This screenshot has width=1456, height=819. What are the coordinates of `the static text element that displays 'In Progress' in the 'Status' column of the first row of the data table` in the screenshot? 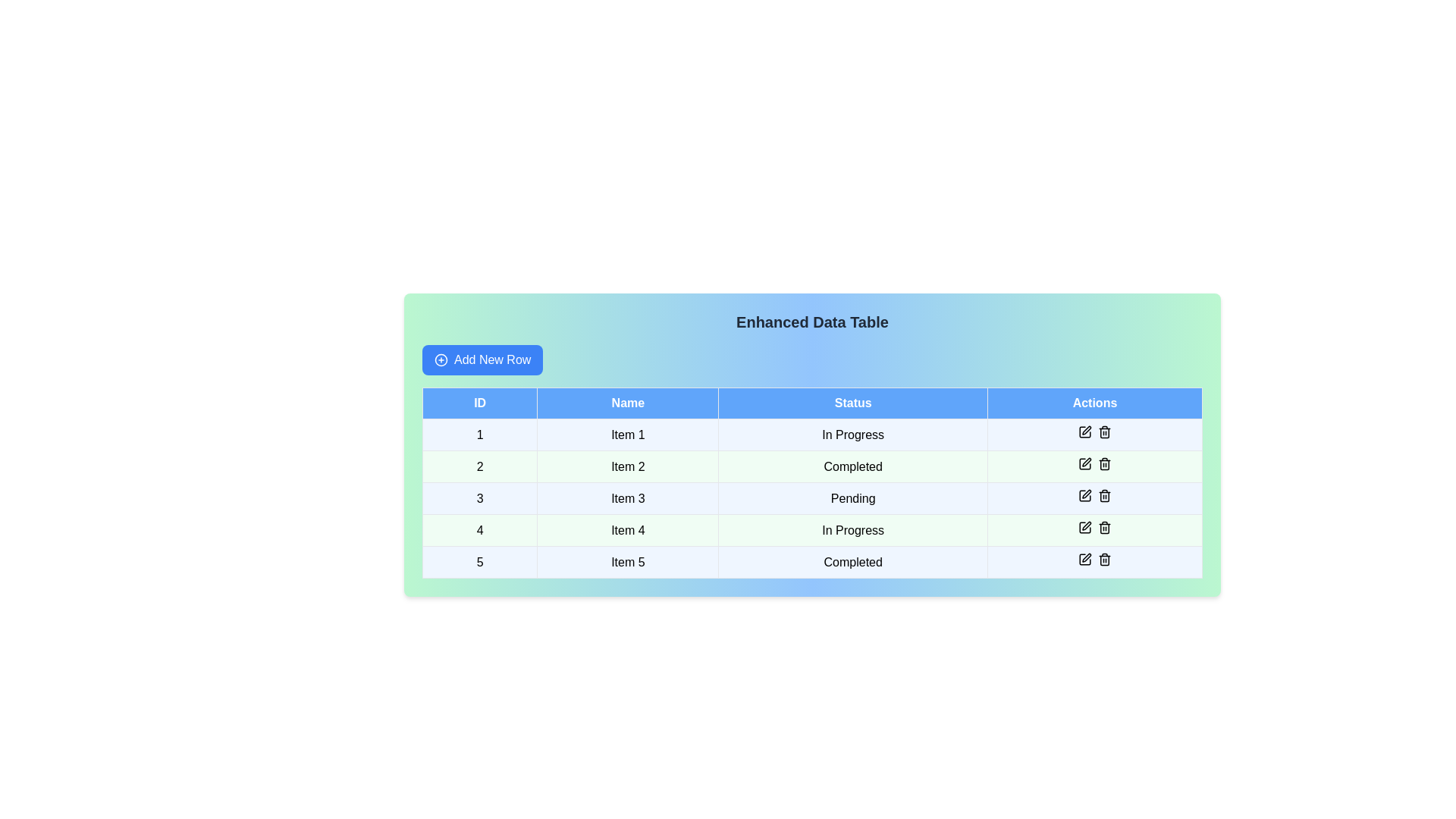 It's located at (853, 435).